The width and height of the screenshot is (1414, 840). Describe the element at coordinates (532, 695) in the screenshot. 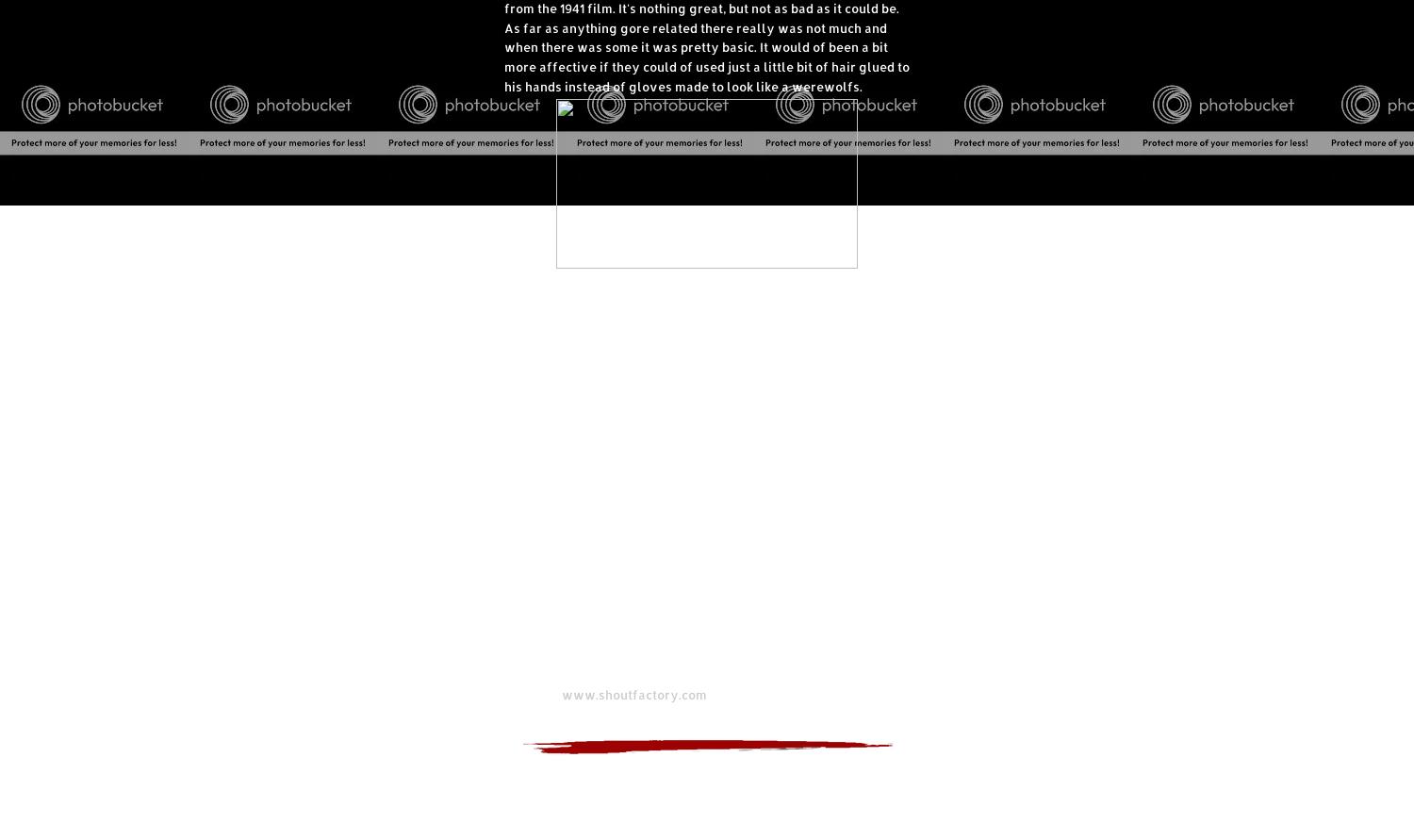

I see `'Website:'` at that location.